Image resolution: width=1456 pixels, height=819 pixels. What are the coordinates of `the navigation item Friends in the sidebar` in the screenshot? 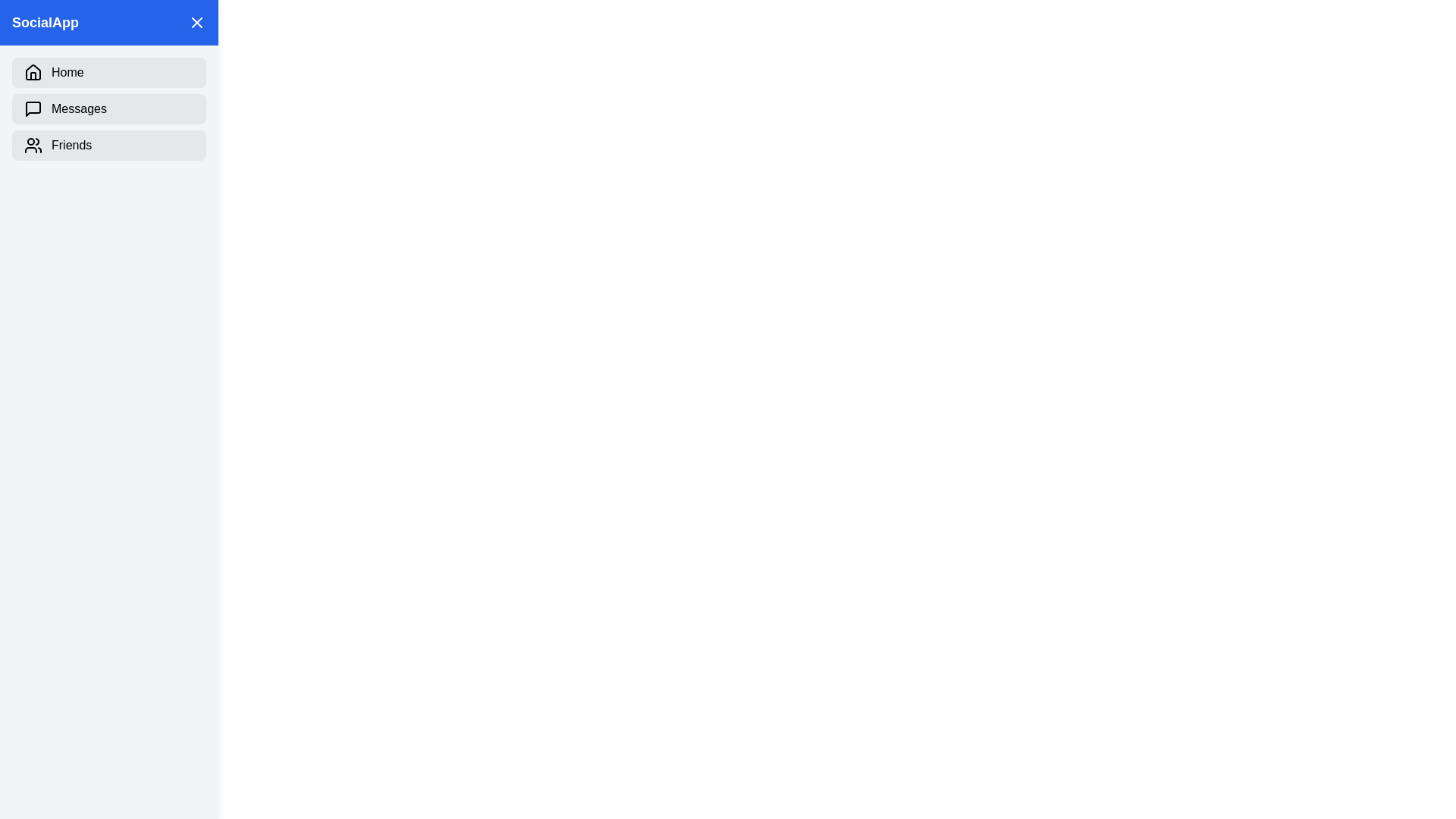 It's located at (108, 146).